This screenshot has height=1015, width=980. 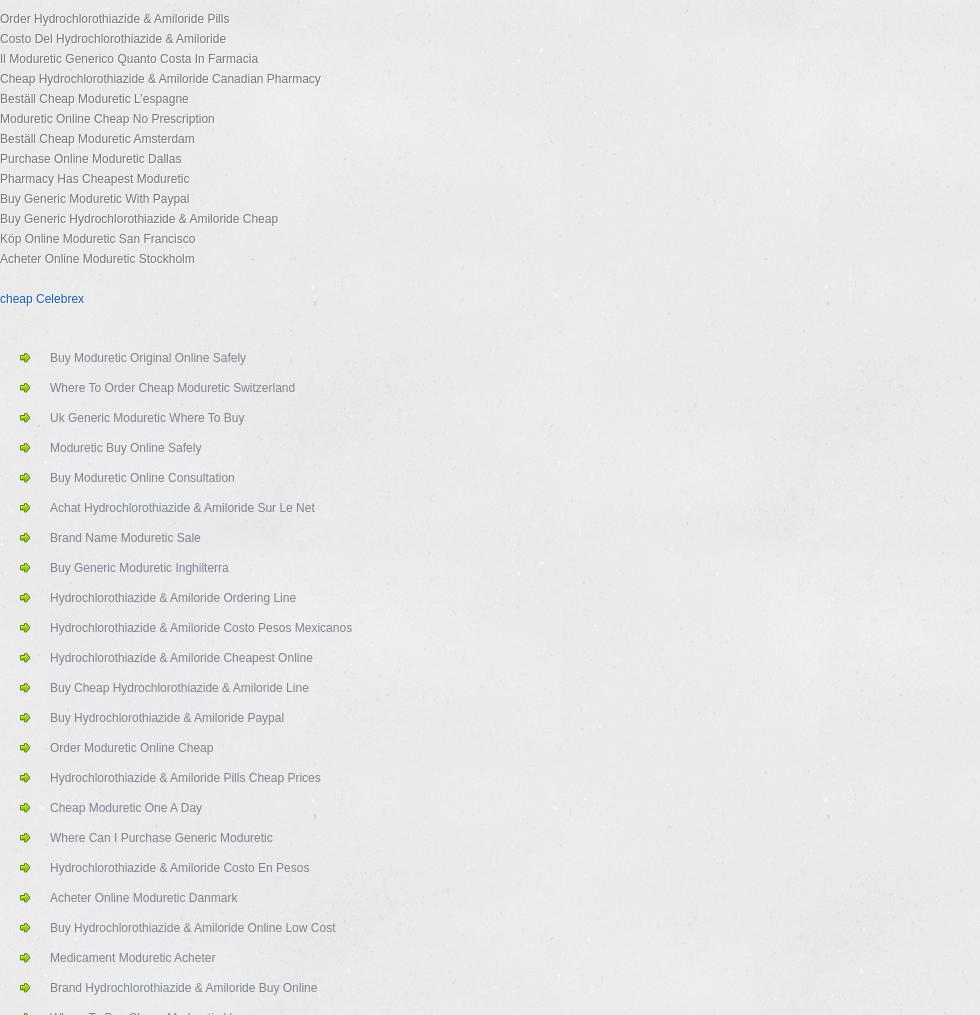 What do you see at coordinates (97, 239) in the screenshot?
I see `'Köp Online Moduretic San Francisco'` at bounding box center [97, 239].